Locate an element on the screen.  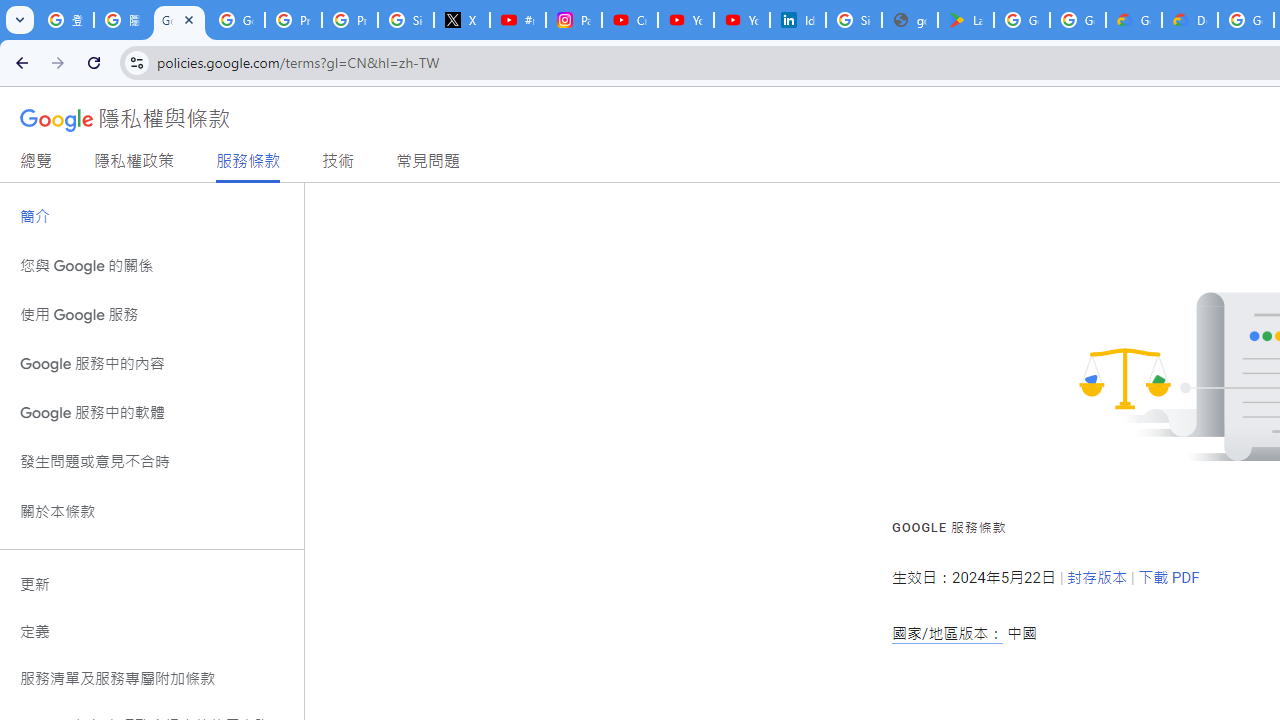
'YouTube Culture & Trends - YouTube Top 10, 2021' is located at coordinates (741, 20).